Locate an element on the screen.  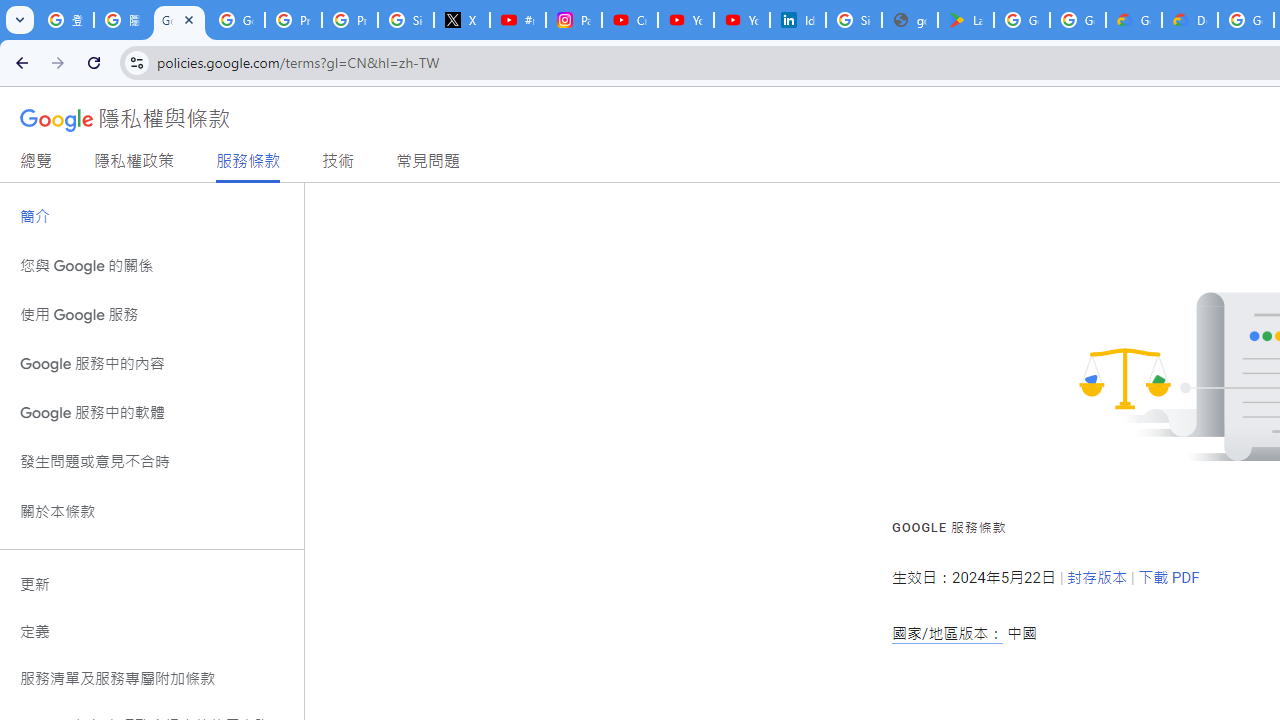
'YouTube Culture & Trends - YouTube Top 10, 2021' is located at coordinates (741, 20).